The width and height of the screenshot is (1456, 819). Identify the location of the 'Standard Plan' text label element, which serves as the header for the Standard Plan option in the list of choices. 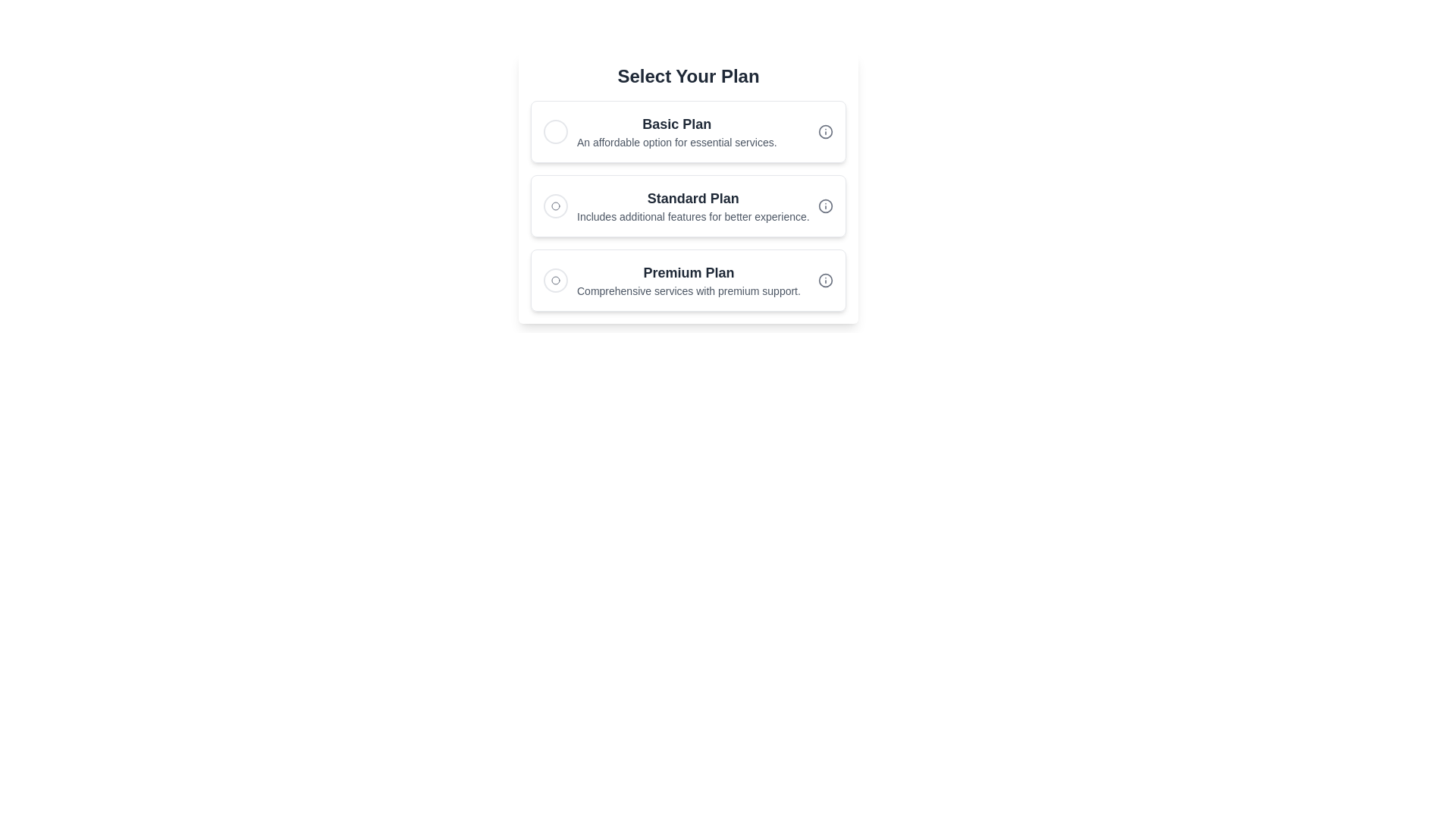
(692, 198).